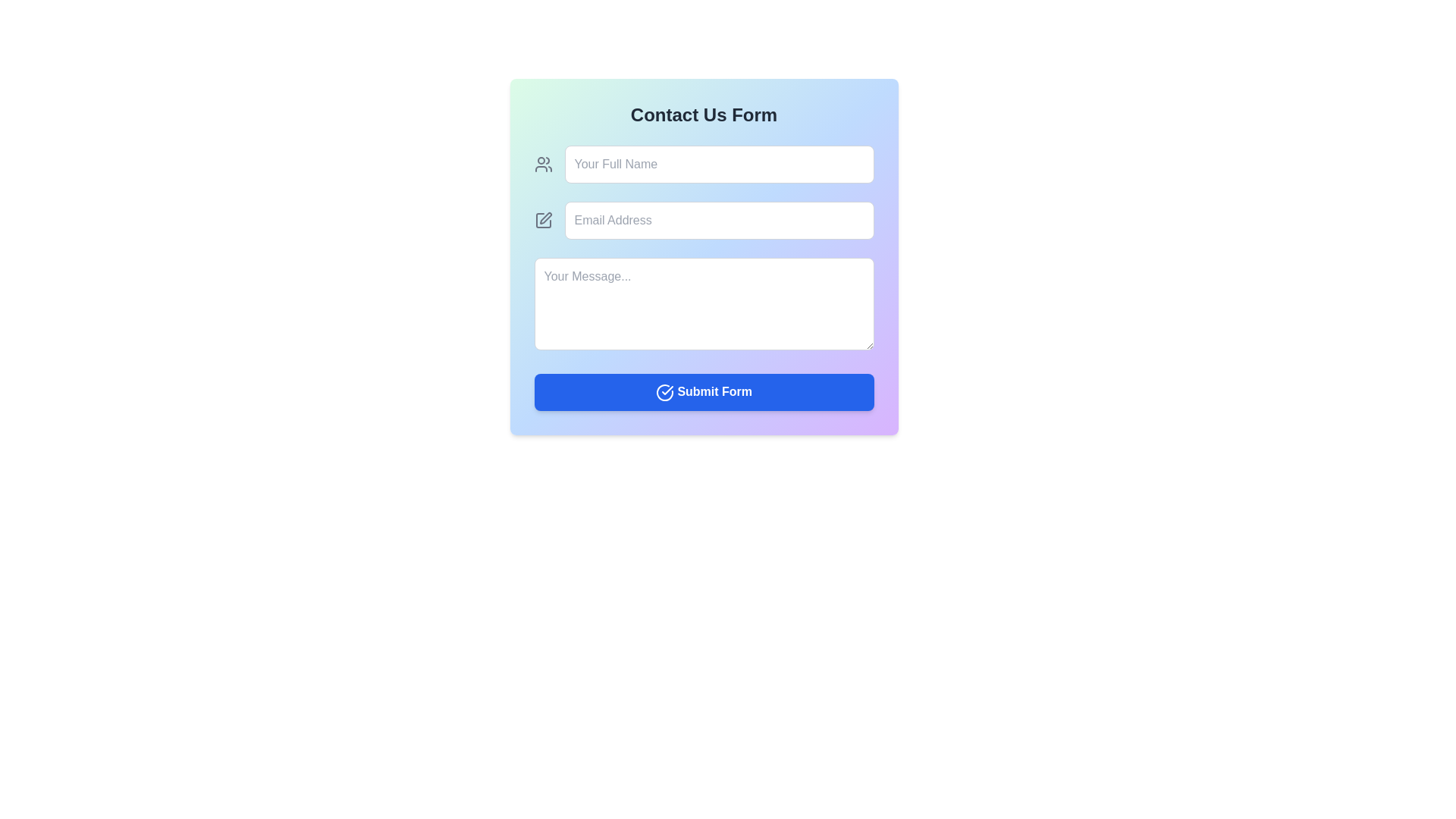 The image size is (1456, 819). I want to click on the 'Submit Form' button that contains the completion icon, located at the bottom of the form interface, so click(664, 391).